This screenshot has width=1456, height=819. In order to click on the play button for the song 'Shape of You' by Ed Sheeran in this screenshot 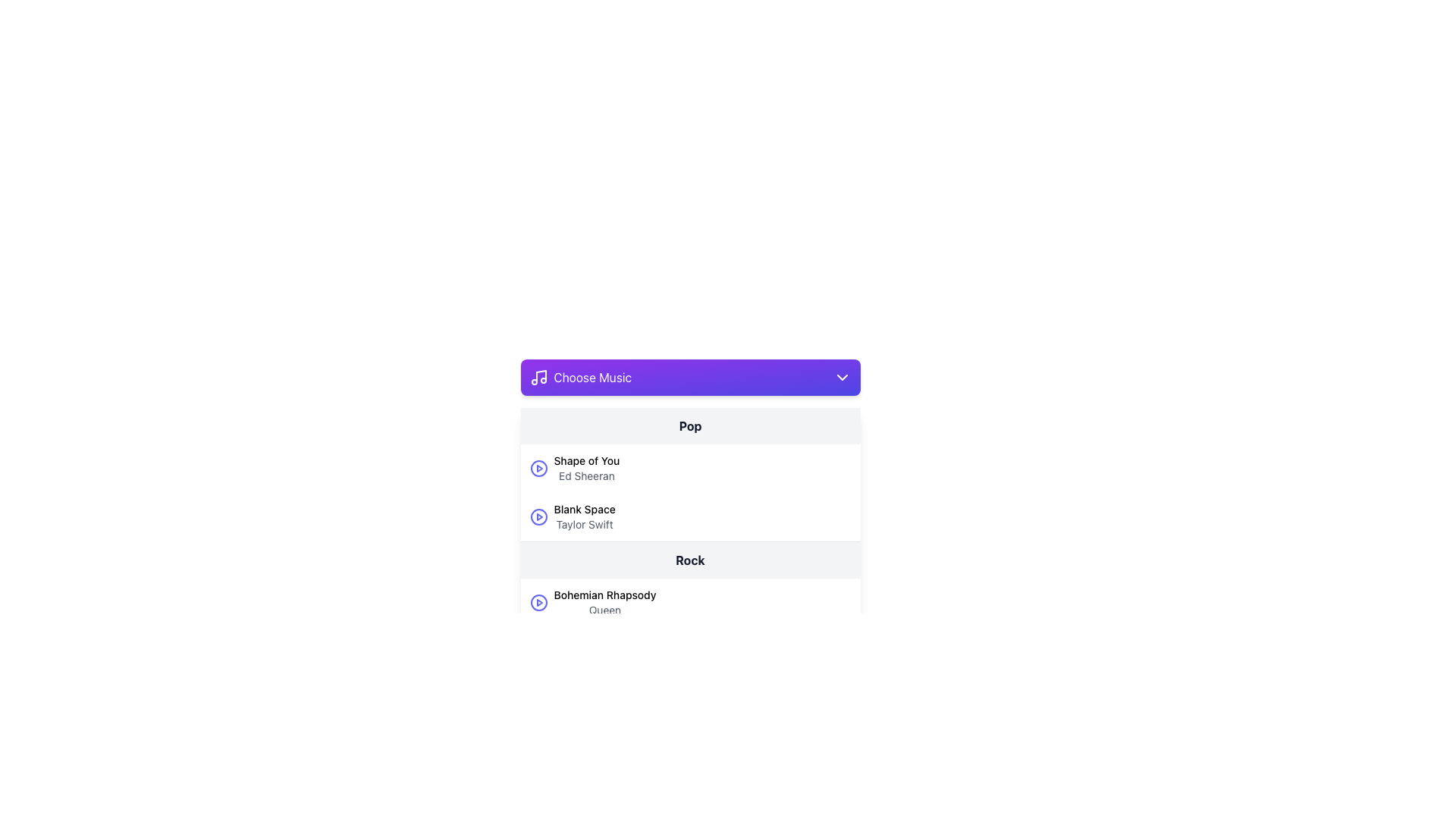, I will do `click(538, 467)`.